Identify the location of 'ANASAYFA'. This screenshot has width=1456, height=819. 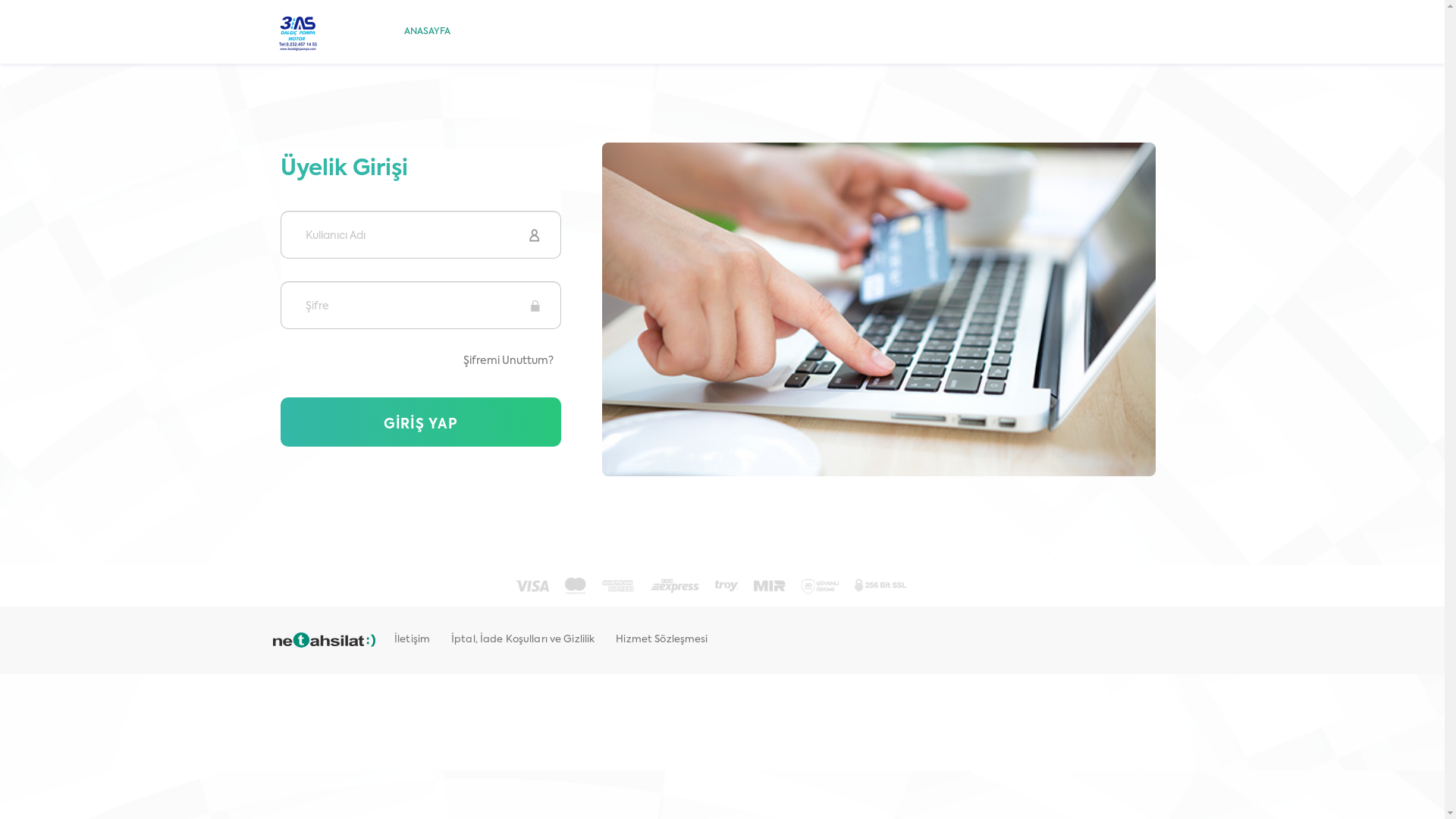
(426, 32).